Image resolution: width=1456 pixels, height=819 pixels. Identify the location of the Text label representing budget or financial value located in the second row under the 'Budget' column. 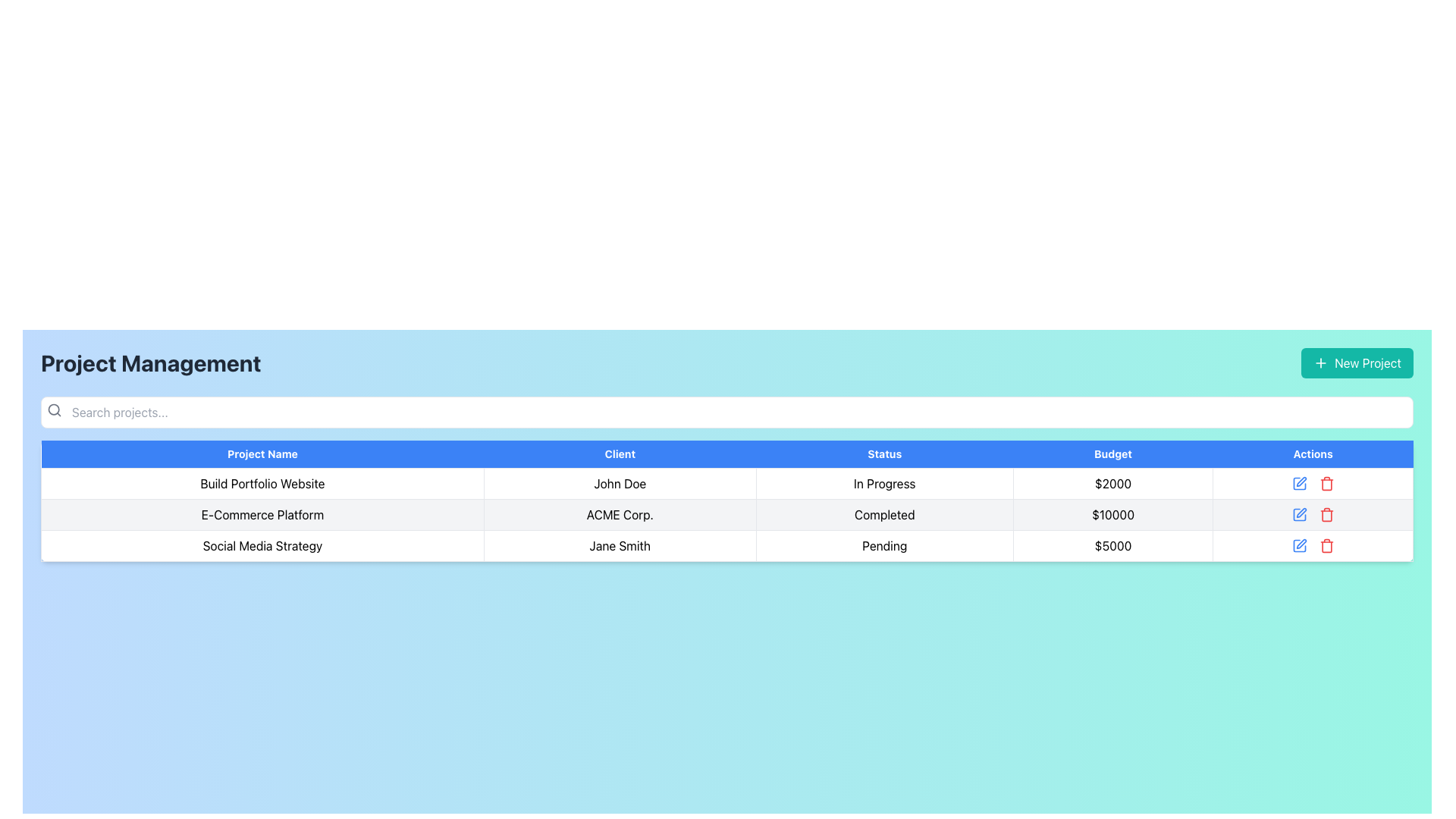
(1113, 513).